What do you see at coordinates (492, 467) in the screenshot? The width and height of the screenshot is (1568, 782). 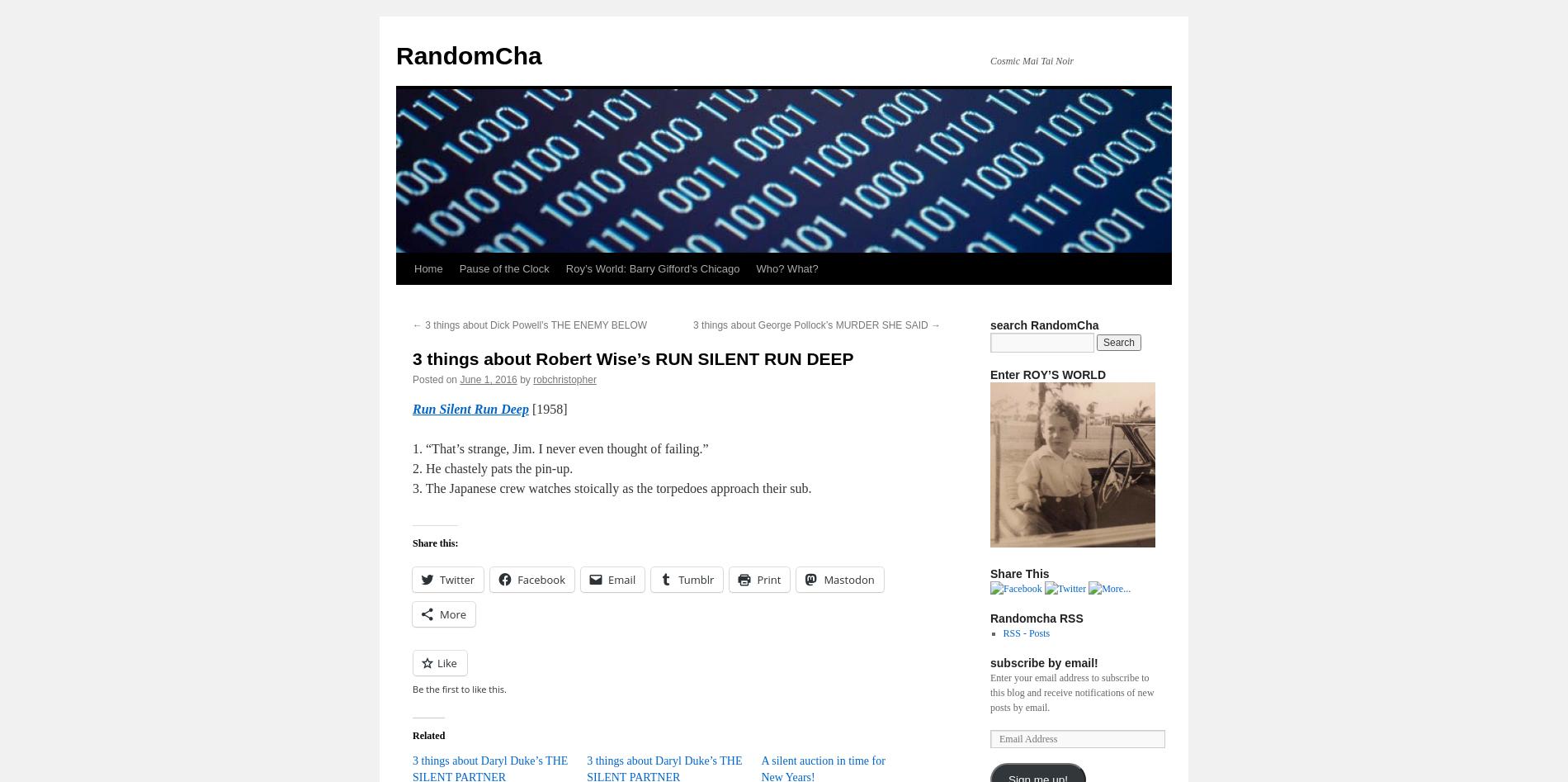 I see `'2. He chastely pats the pin-up.'` at bounding box center [492, 467].